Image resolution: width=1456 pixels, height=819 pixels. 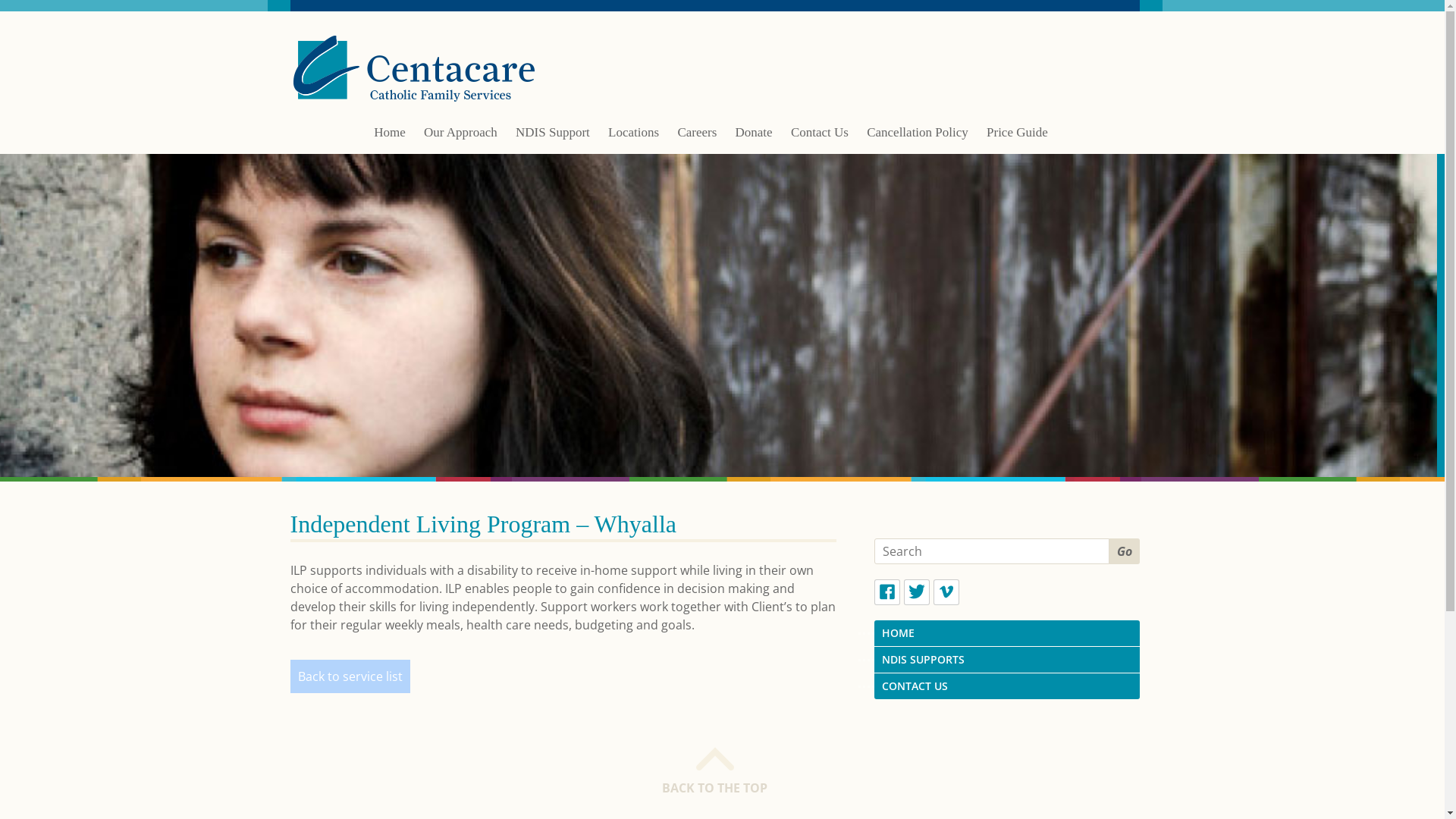 What do you see at coordinates (886, 591) in the screenshot?
I see `'Facebook'` at bounding box center [886, 591].